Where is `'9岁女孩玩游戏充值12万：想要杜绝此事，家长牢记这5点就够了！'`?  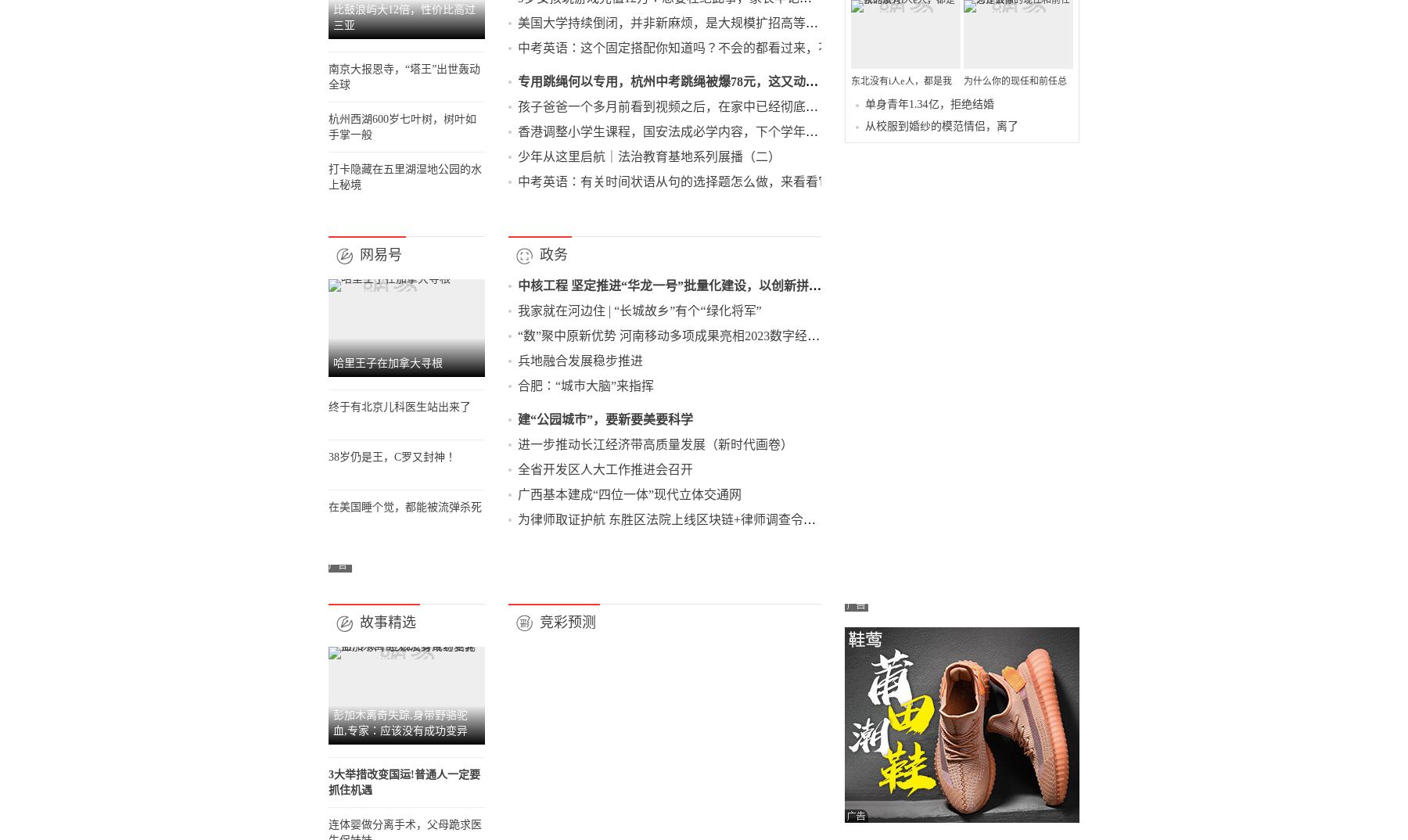 '9岁女孩玩游戏充值12万：想要杜绝此事，家长牢记这5点就够了！' is located at coordinates (776, 317).